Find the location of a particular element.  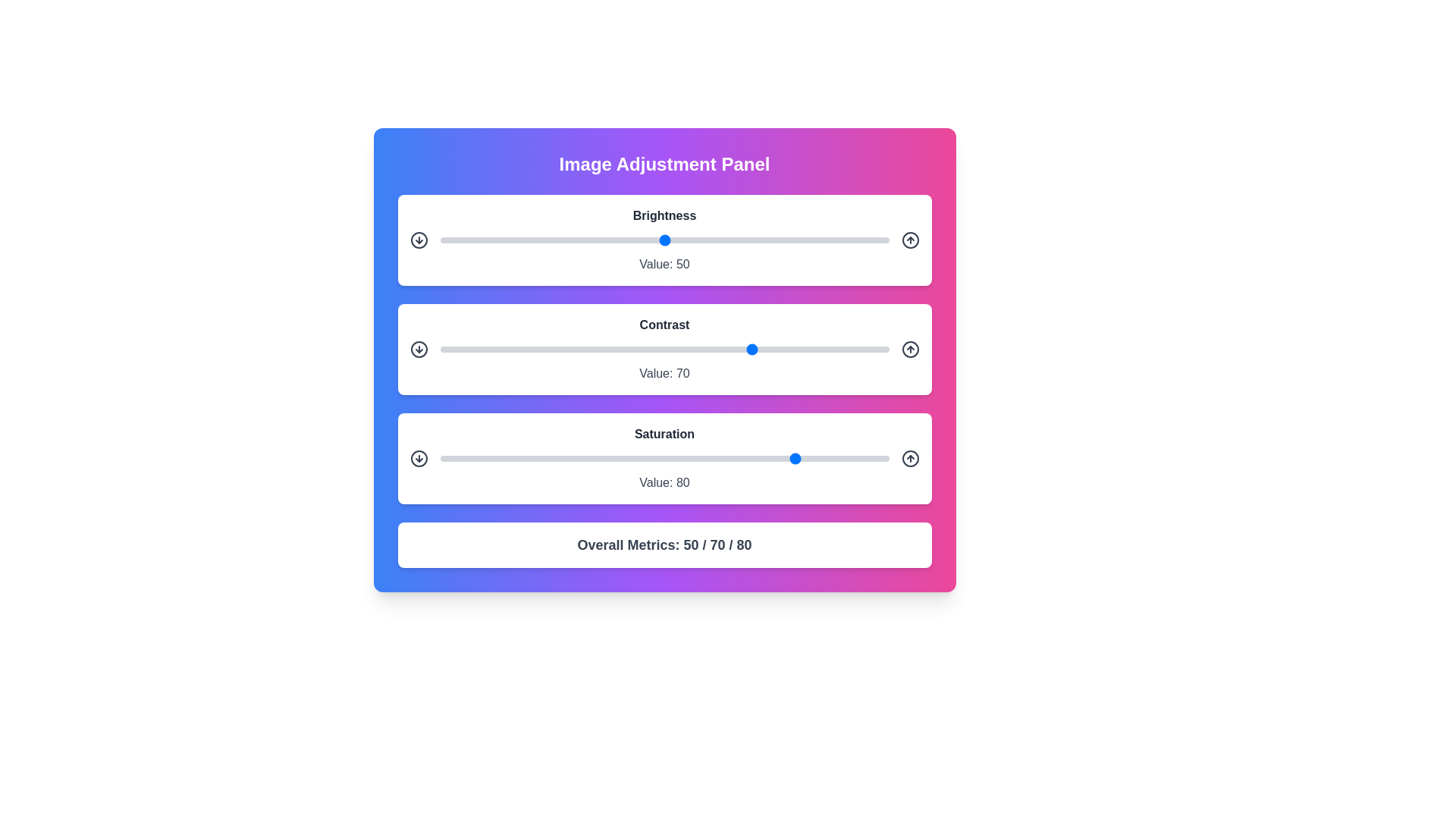

saturation is located at coordinates (699, 458).